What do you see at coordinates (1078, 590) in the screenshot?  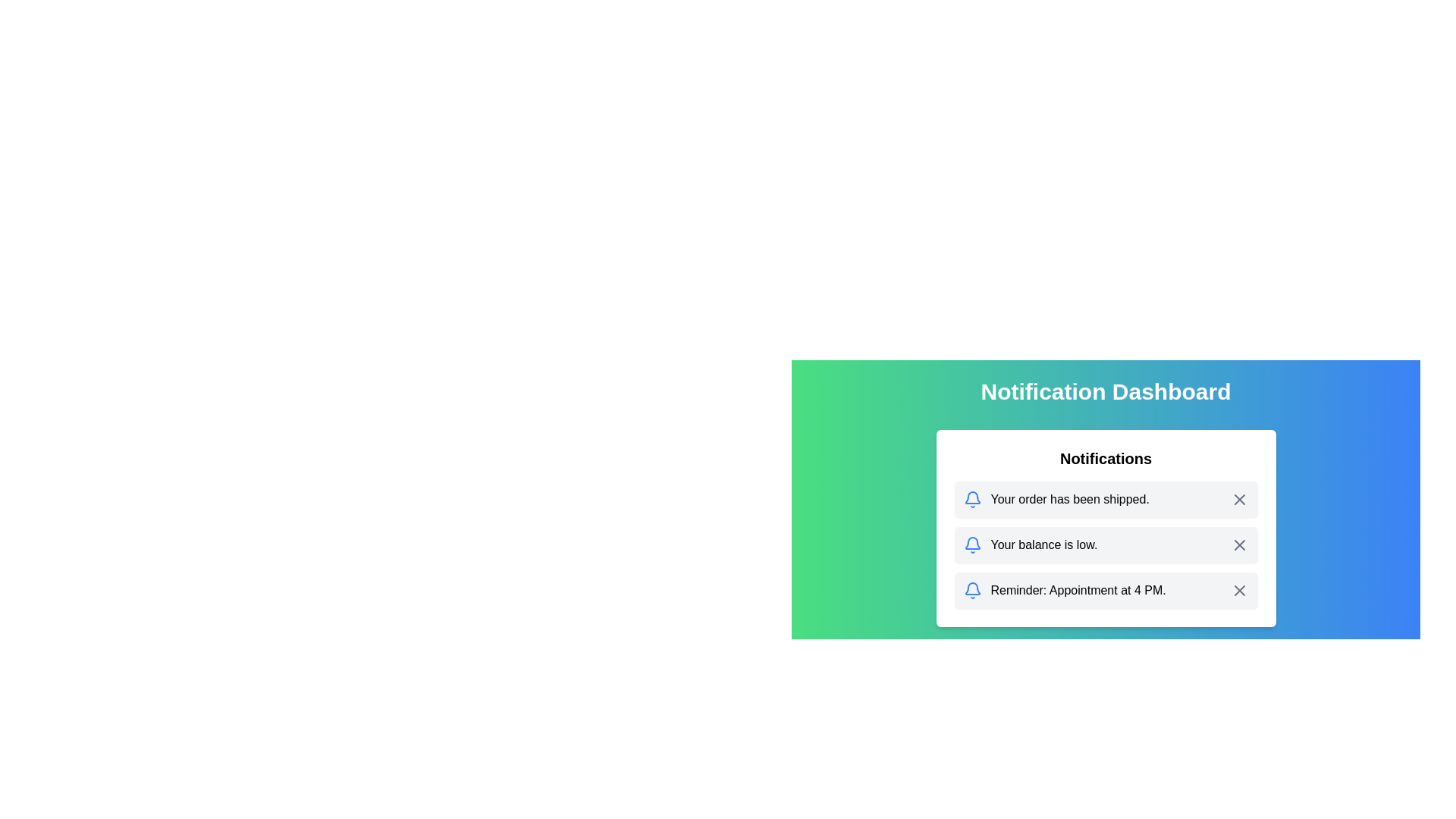 I see `the text label displaying 'Reminder: Appointment at 4 PM.'` at bounding box center [1078, 590].